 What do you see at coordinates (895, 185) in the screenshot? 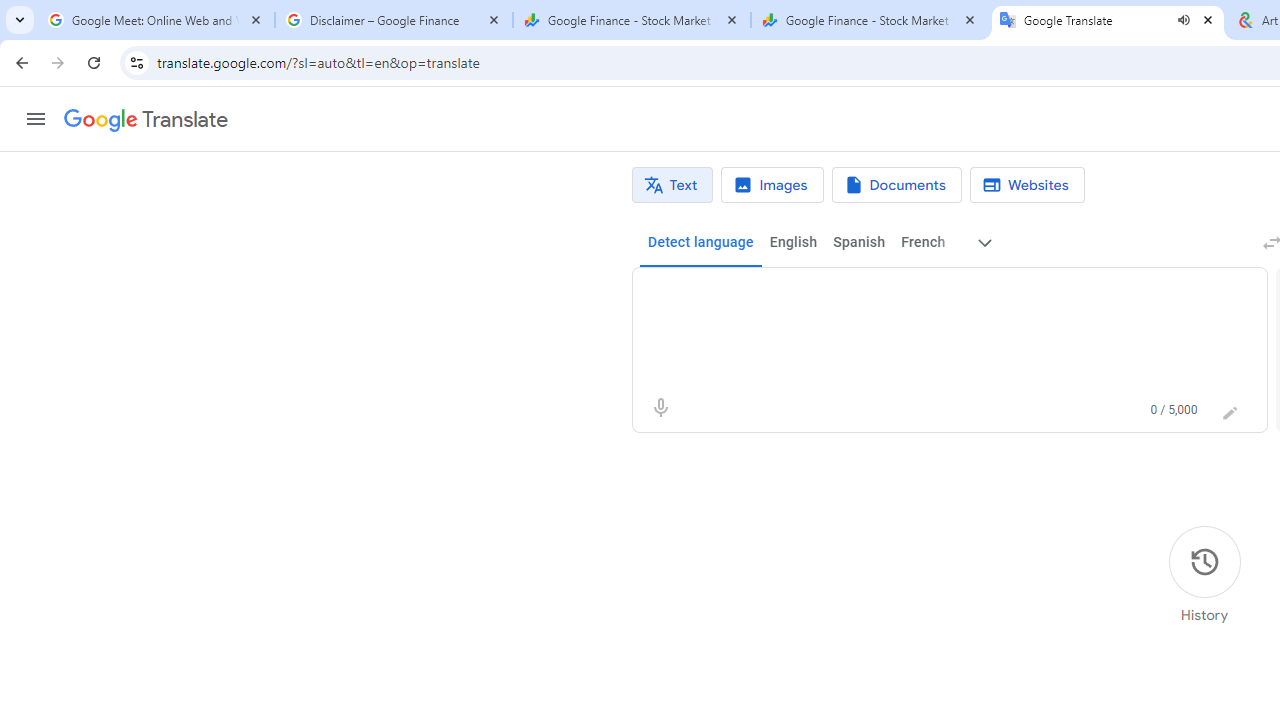
I see `'Document translation'` at bounding box center [895, 185].